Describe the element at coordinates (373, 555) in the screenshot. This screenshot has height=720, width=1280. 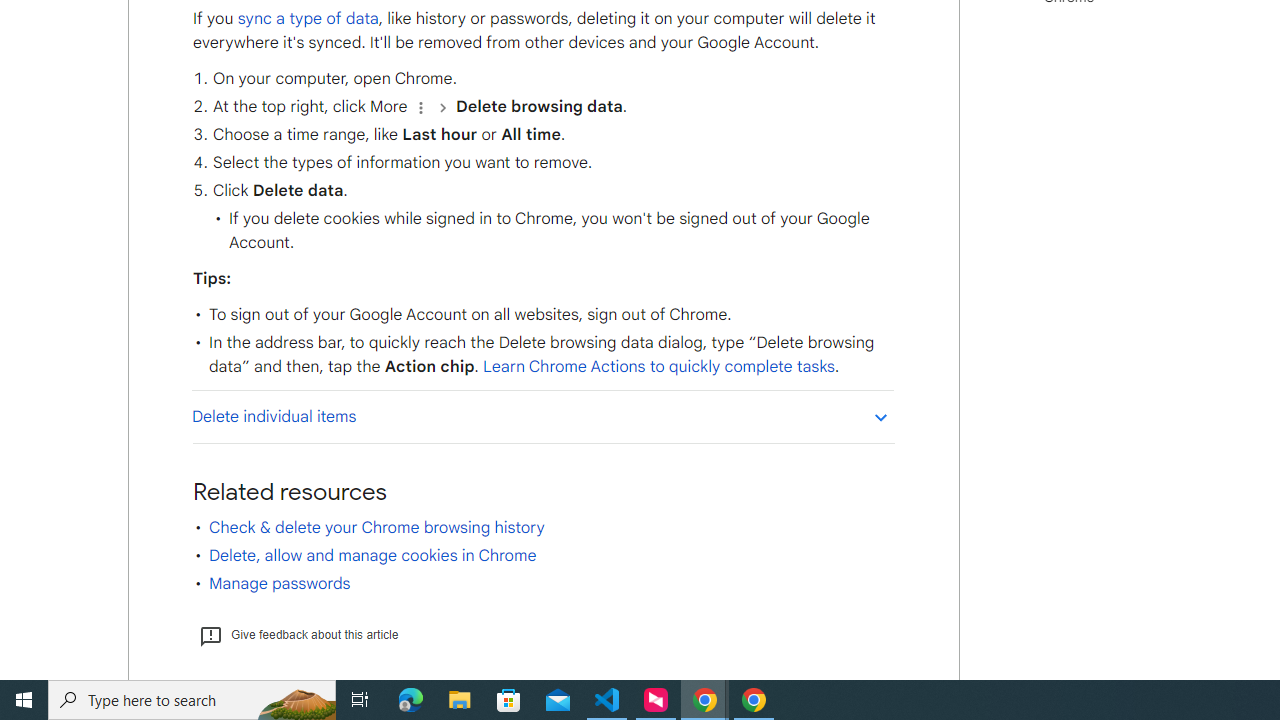
I see `'Delete, allow and manage cookies in Chrome'` at that location.